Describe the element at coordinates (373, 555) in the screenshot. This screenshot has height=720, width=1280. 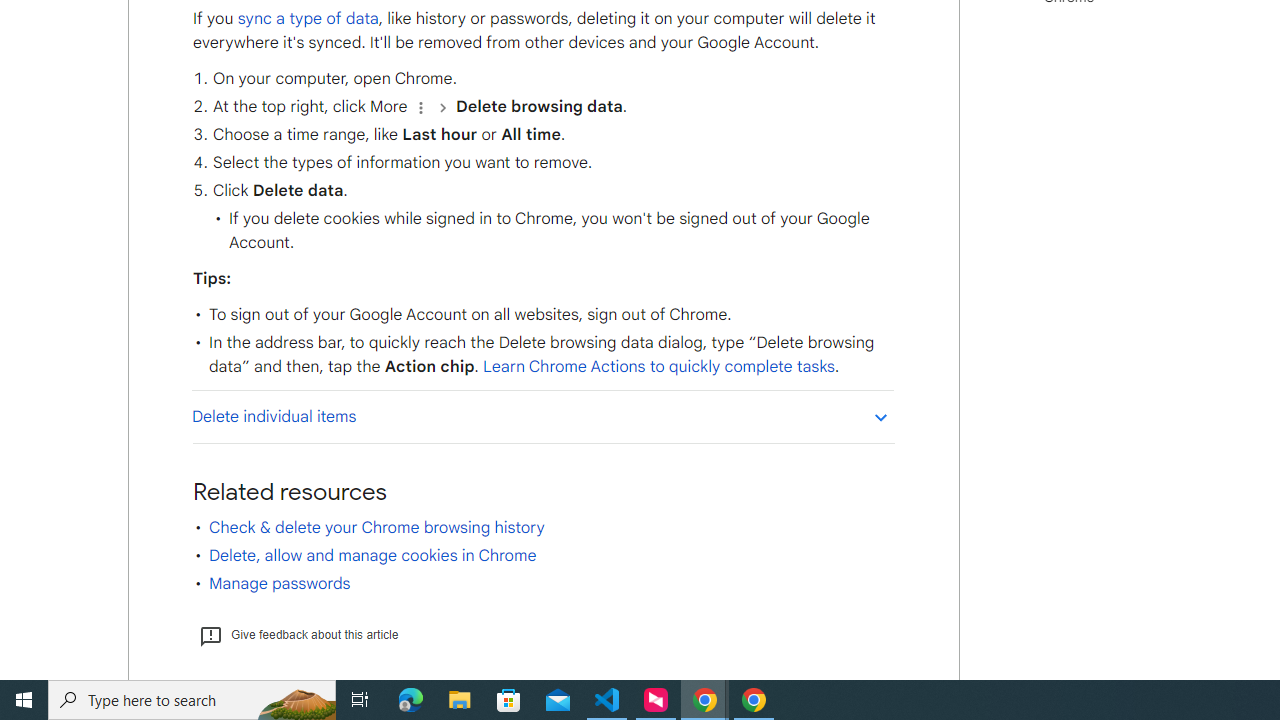
I see `'Delete, allow and manage cookies in Chrome'` at that location.